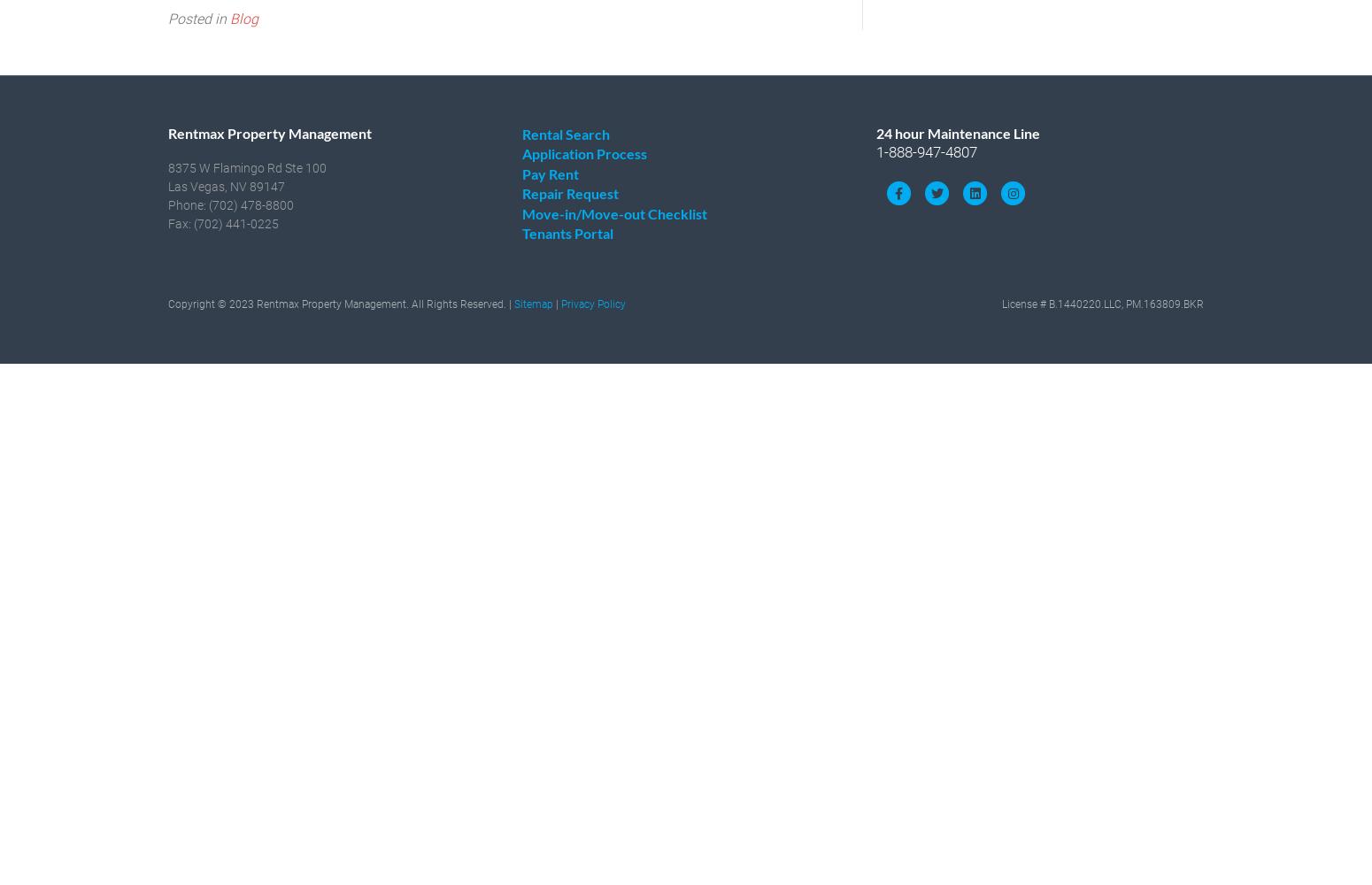 Image resolution: width=1372 pixels, height=885 pixels. Describe the element at coordinates (592, 304) in the screenshot. I see `'Privacy Policy'` at that location.